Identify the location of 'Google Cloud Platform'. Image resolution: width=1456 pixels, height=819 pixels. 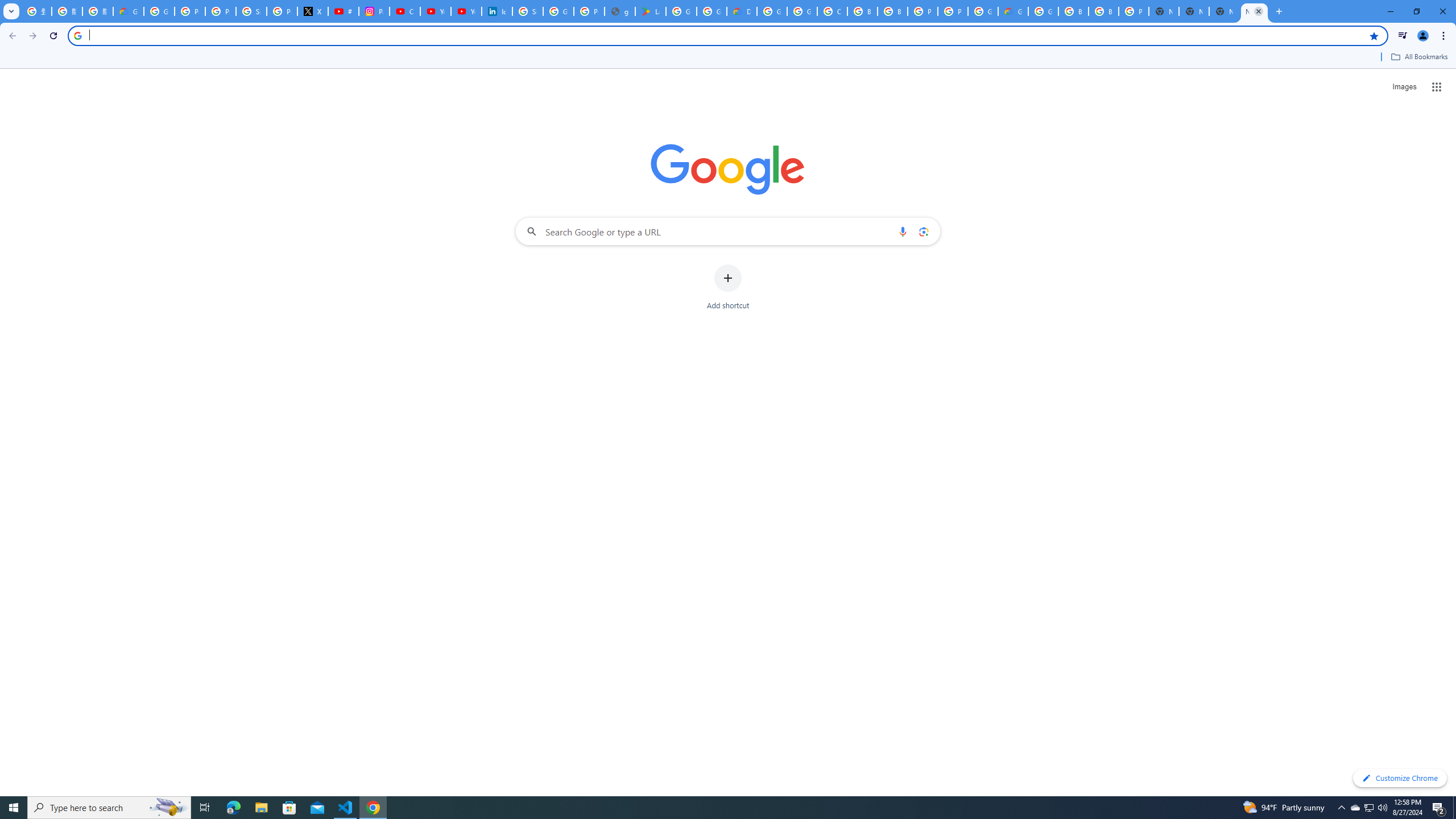
(1043, 11).